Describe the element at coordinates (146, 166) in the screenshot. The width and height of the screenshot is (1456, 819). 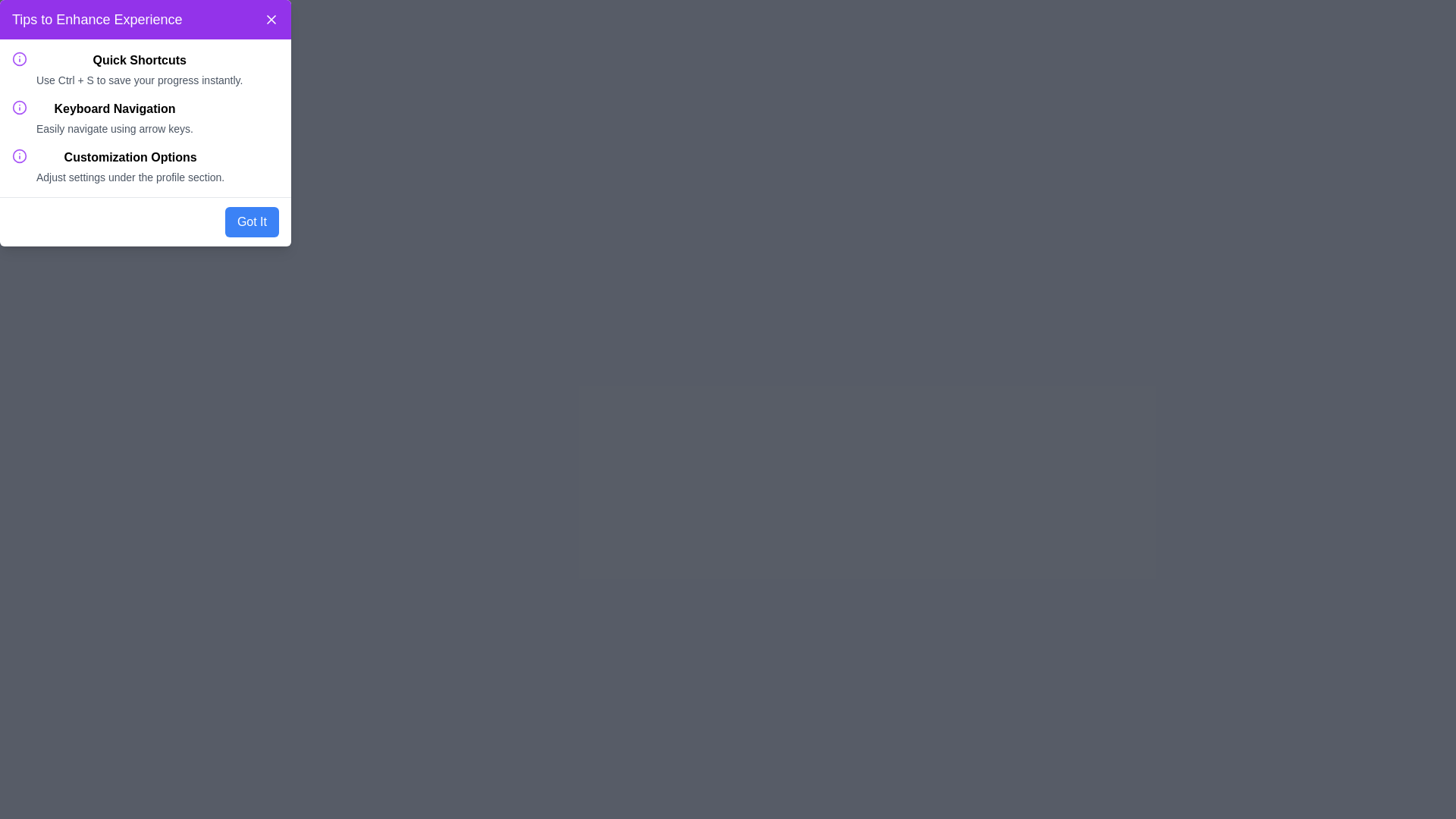
I see `information block titled 'Customization Options' which provides the description 'Adjust settings under the profile section.'` at that location.